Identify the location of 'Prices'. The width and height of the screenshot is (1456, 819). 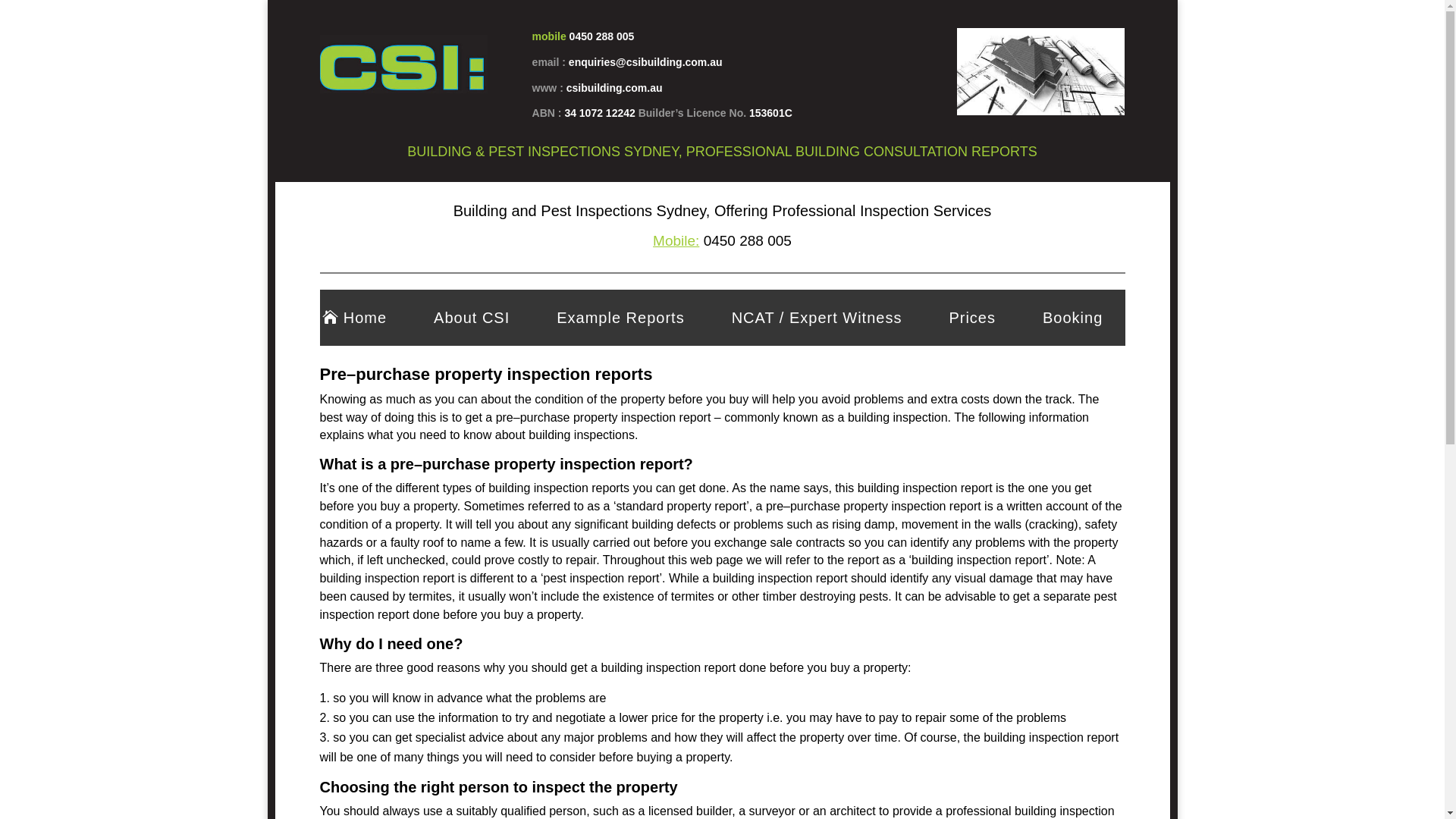
(971, 317).